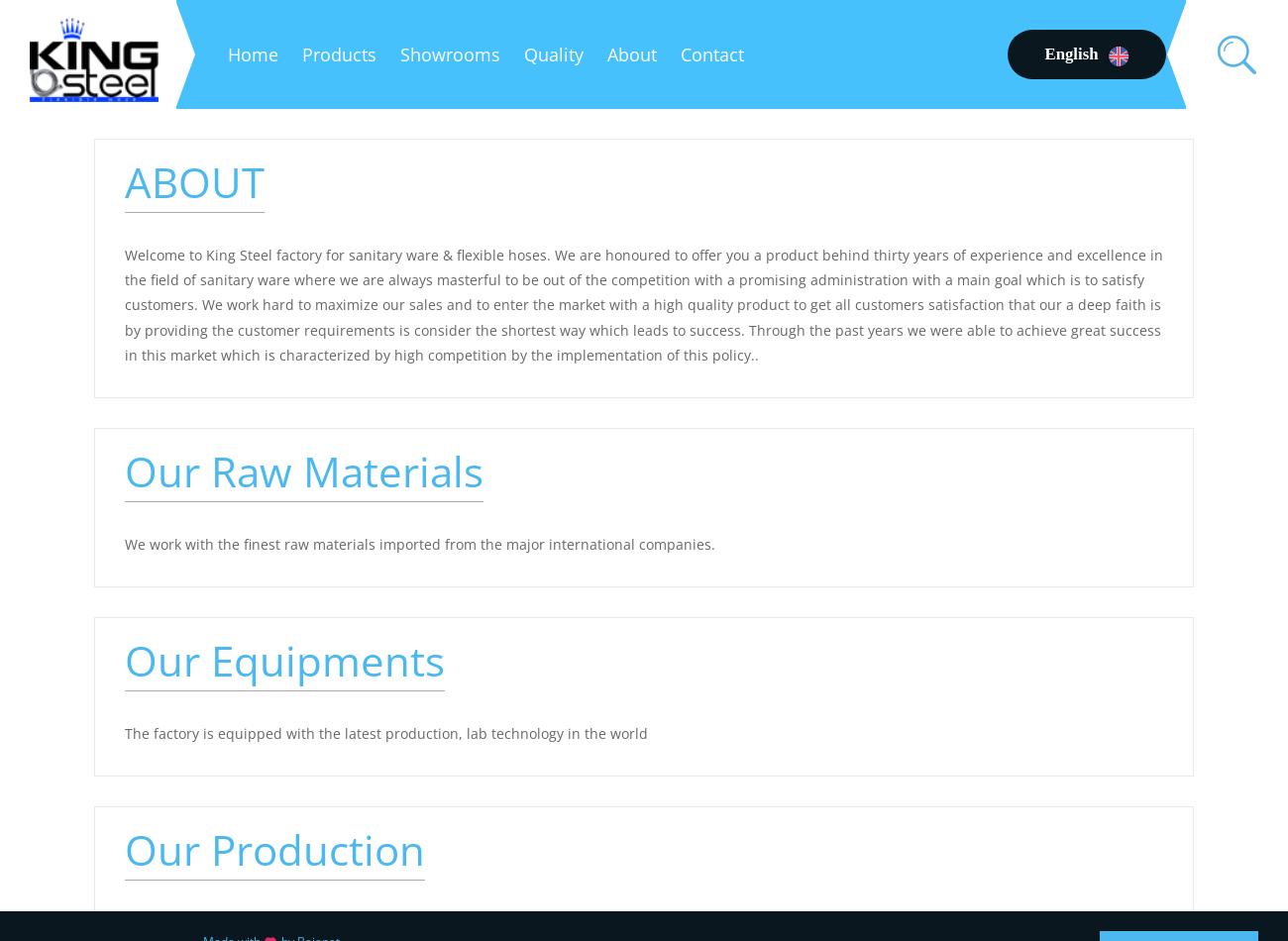 This screenshot has height=941, width=1288. Describe the element at coordinates (304, 469) in the screenshot. I see `'Our Raw Materials'` at that location.